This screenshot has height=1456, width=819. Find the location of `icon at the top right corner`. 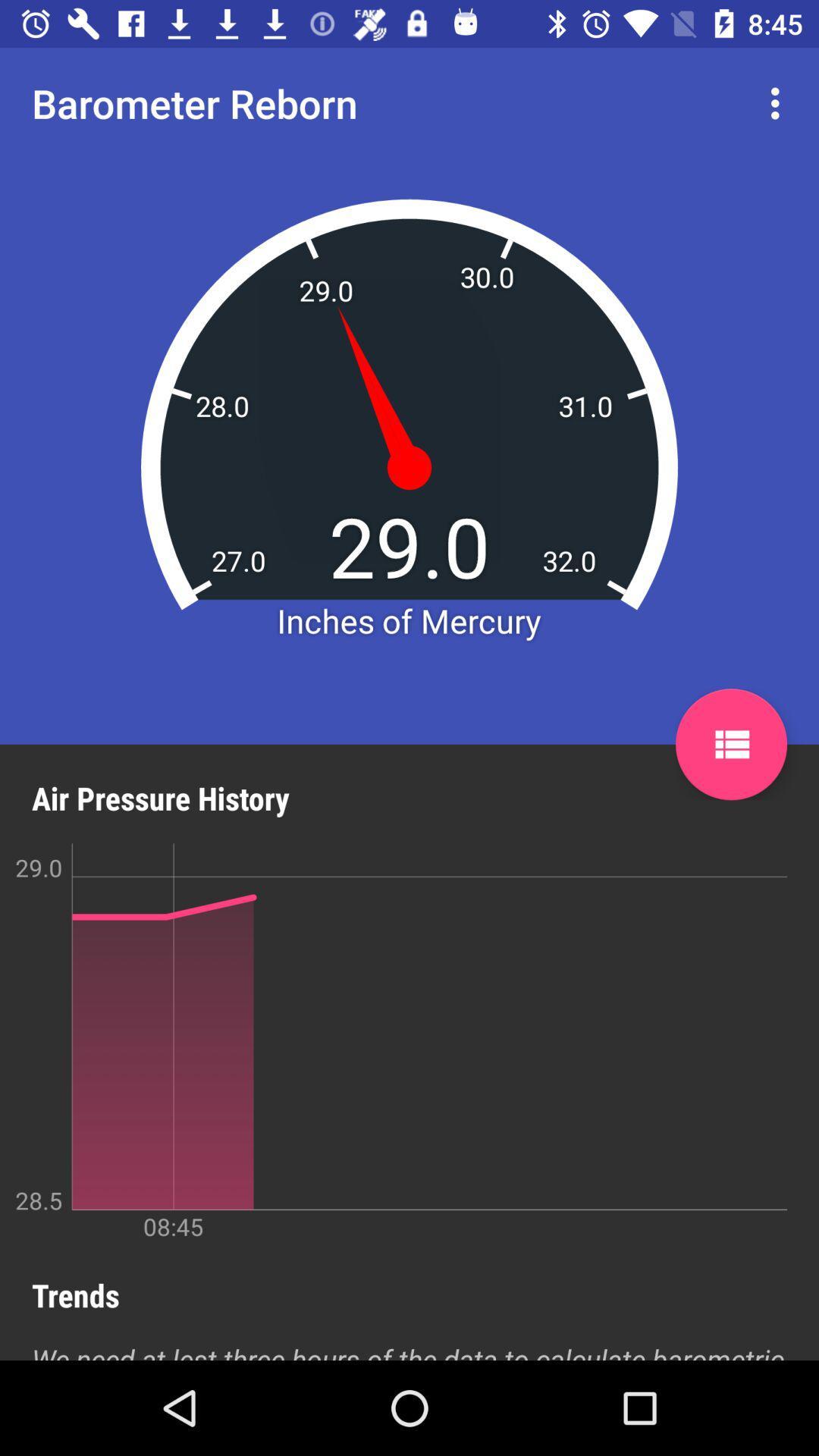

icon at the top right corner is located at coordinates (779, 102).